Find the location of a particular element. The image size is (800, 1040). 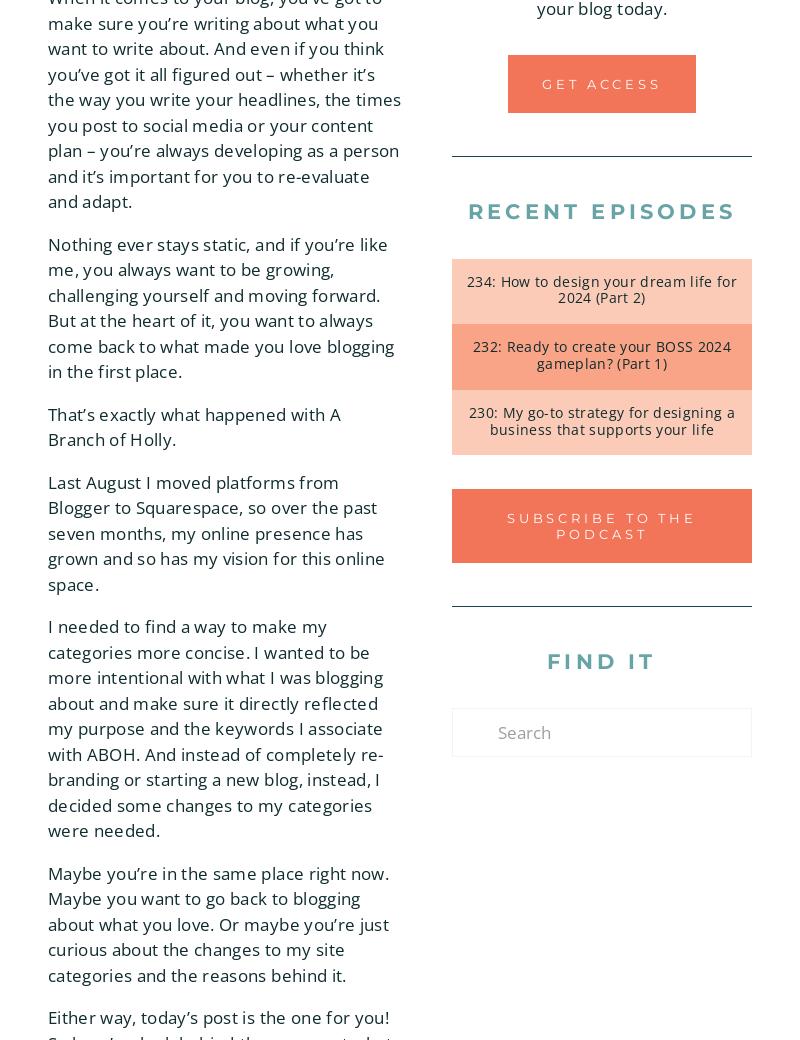

'Maybe you’re in the same place right now. Maybe you want to go back to blogging about what you love. Or maybe you’re just curious about the changes to my site categories and the reasons behind it.' is located at coordinates (218, 923).